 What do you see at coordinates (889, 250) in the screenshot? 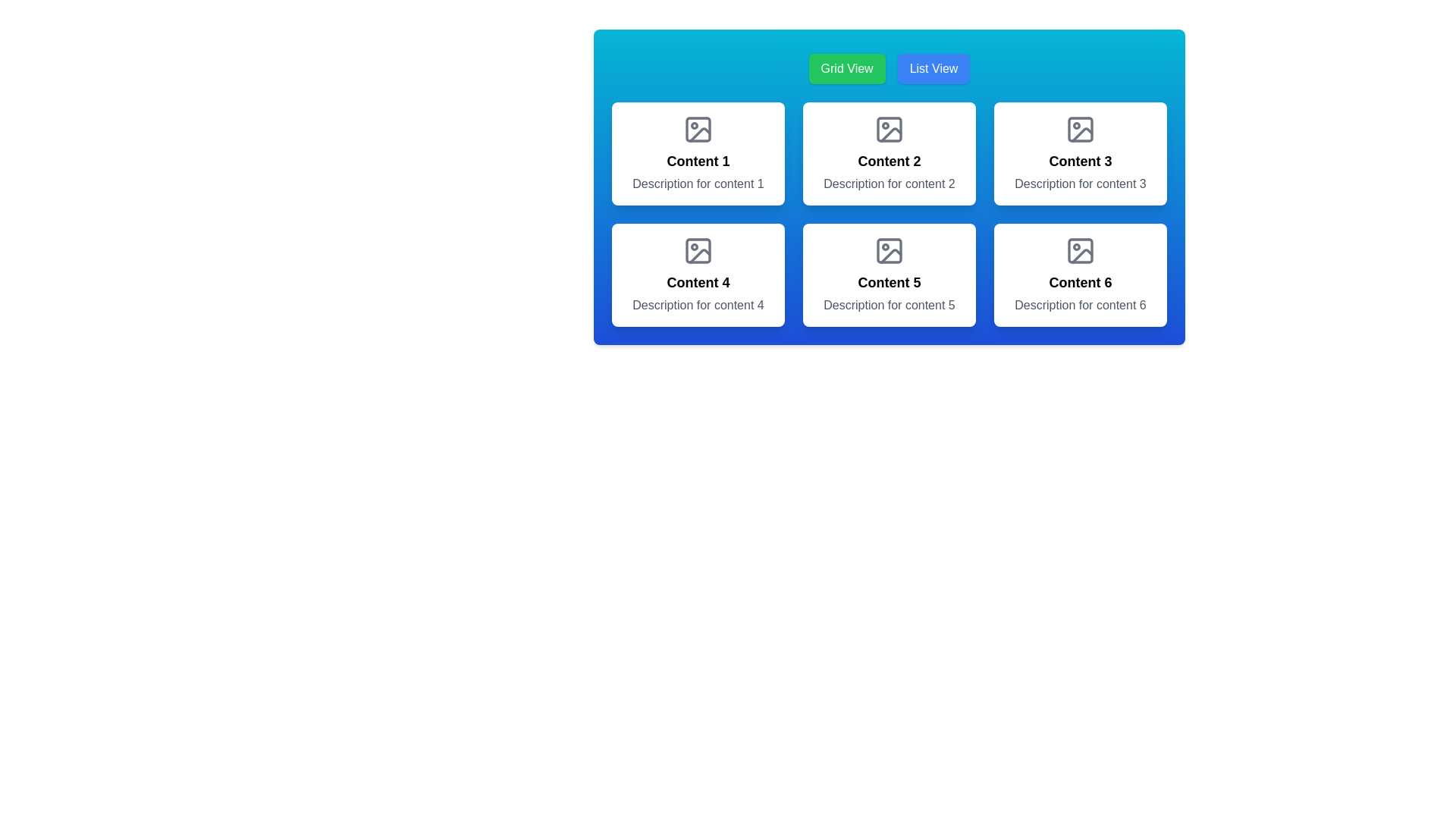
I see `the decorative SVG icon located at the top center of the 'Content 5' card to interact with the content` at bounding box center [889, 250].